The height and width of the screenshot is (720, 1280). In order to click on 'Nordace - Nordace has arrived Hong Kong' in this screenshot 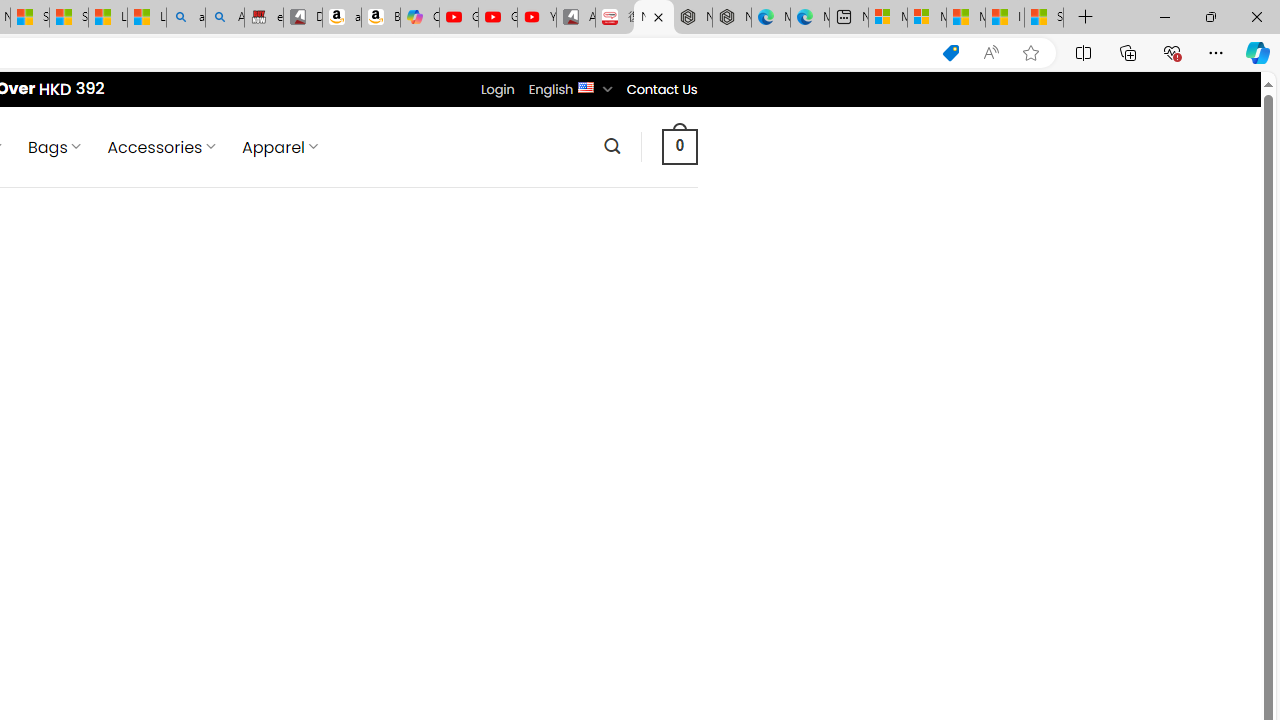, I will do `click(731, 17)`.